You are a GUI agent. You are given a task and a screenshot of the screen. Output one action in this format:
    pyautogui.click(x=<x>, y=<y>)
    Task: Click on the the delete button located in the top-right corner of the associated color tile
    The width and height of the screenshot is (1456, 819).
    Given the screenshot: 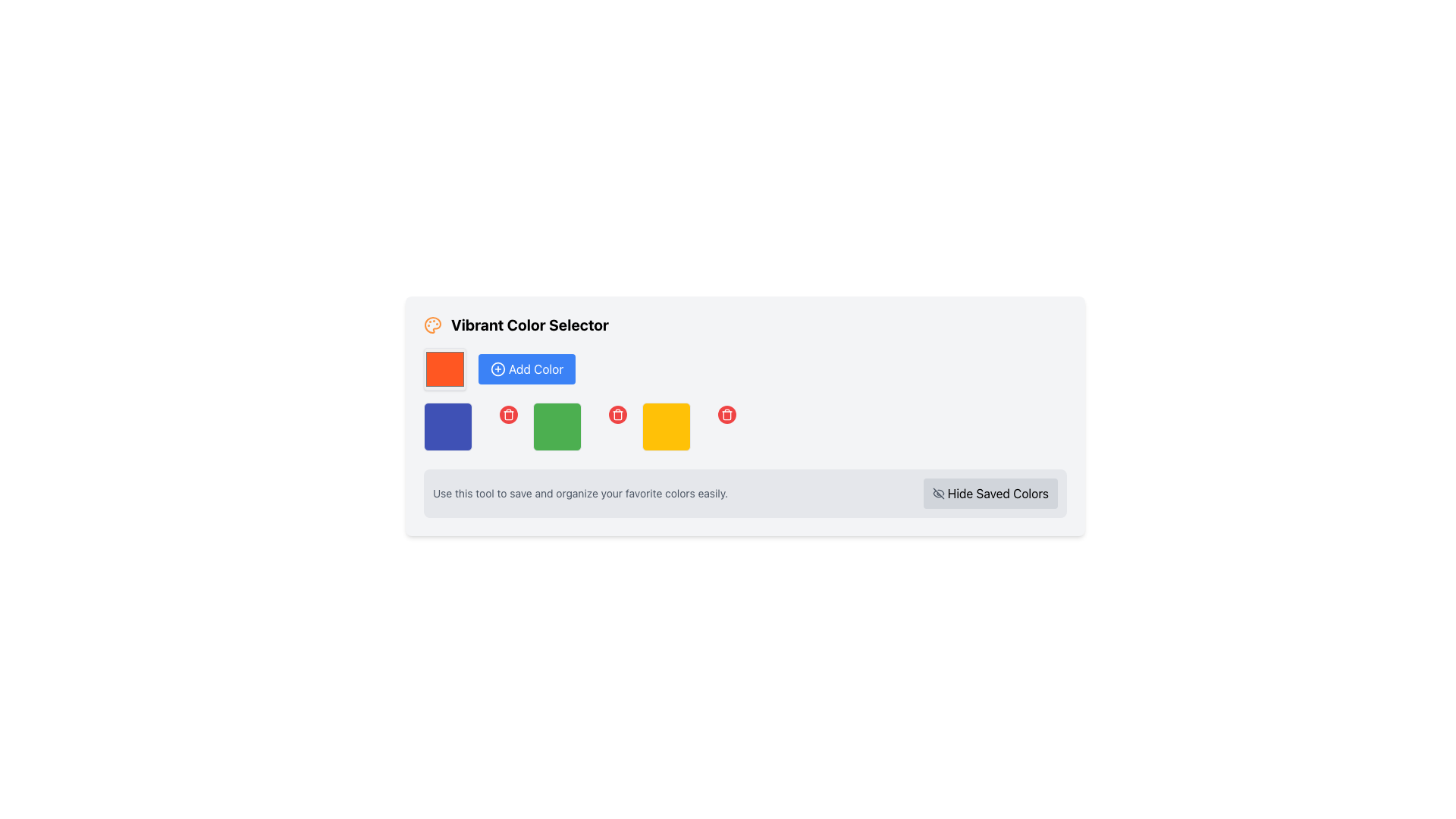 What is the action you would take?
    pyautogui.click(x=726, y=415)
    